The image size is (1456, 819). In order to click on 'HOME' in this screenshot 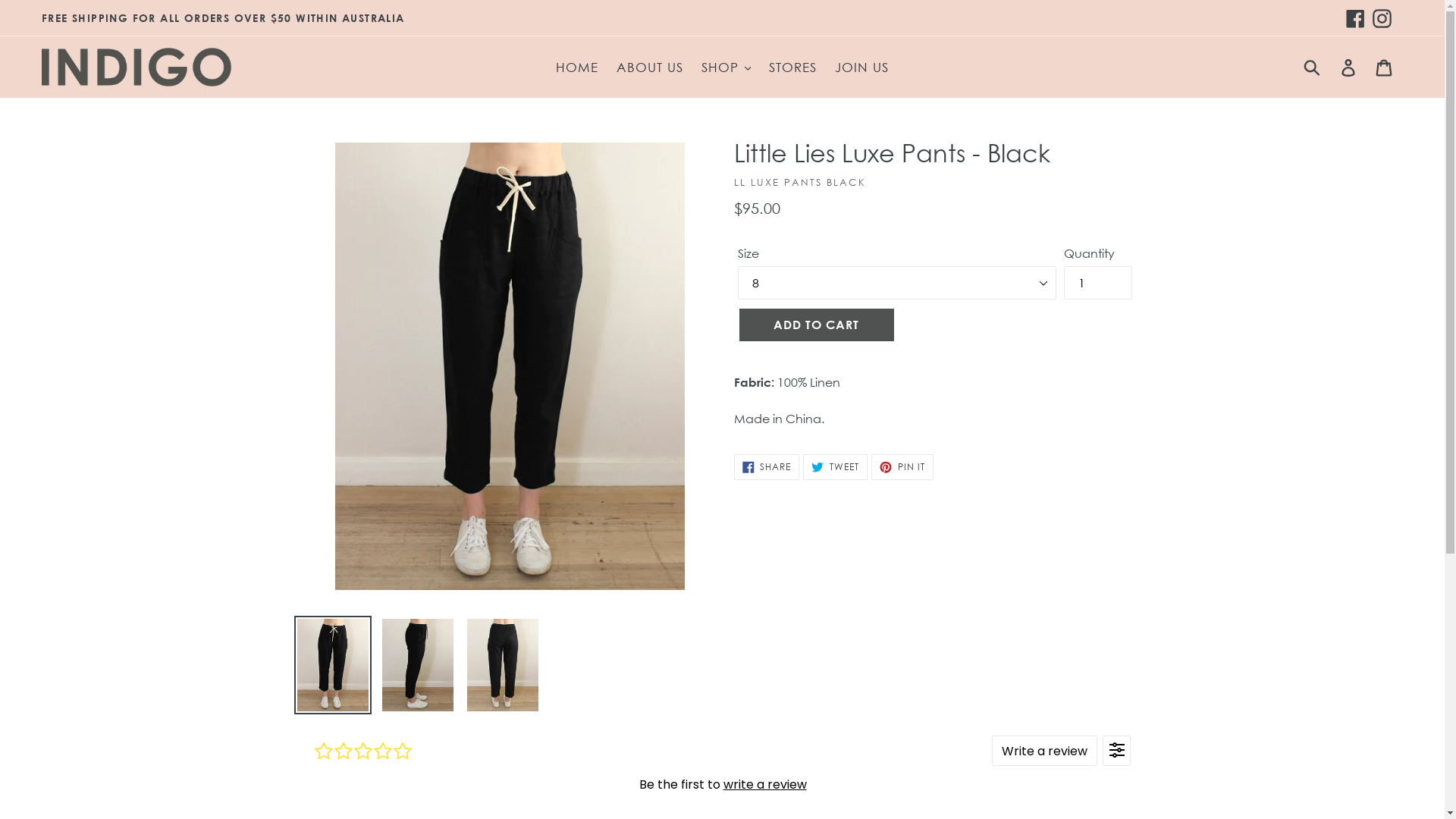, I will do `click(576, 66)`.